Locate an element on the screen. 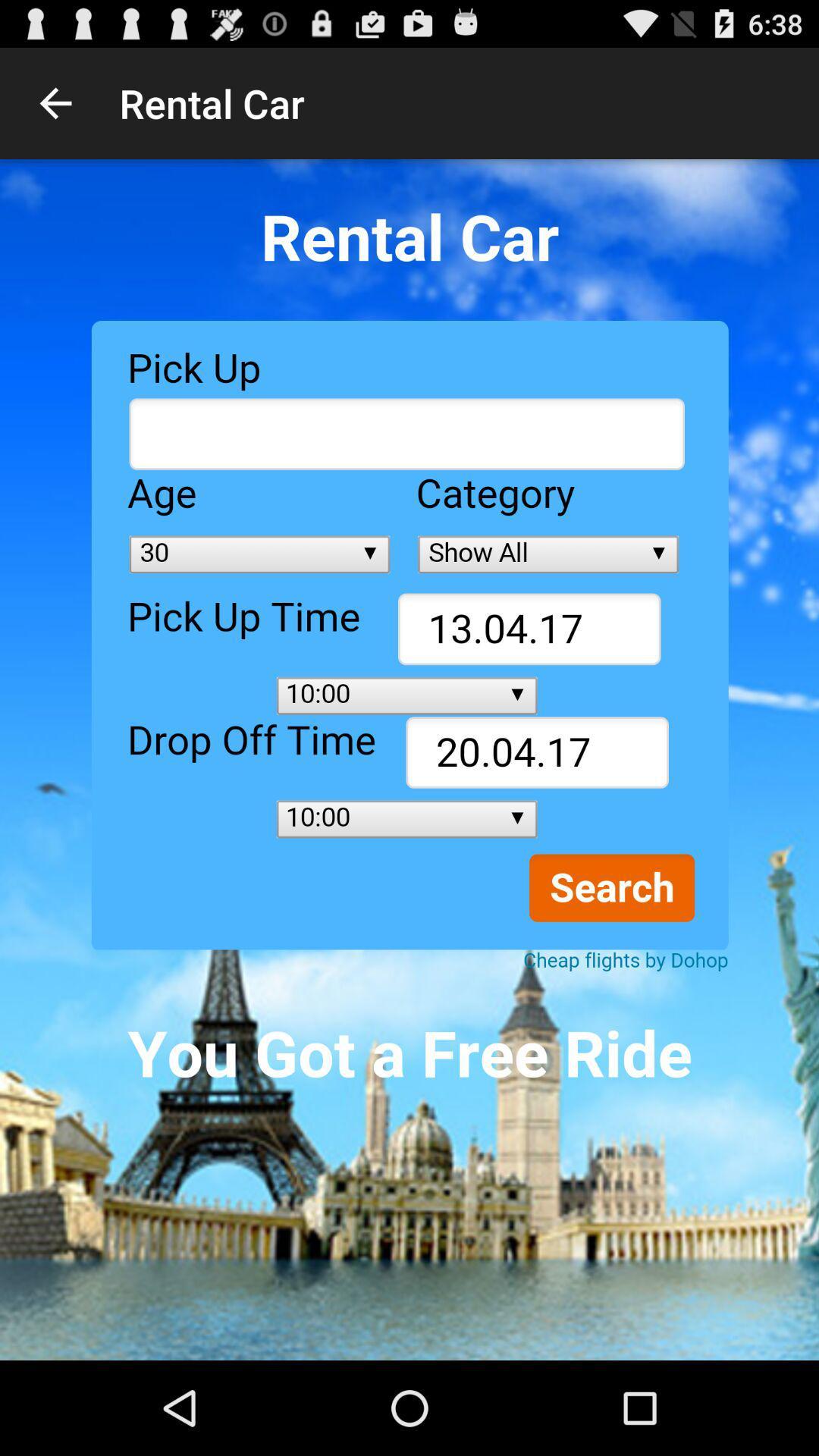 The image size is (819, 1456). seeing in the parargraph is located at coordinates (409, 760).